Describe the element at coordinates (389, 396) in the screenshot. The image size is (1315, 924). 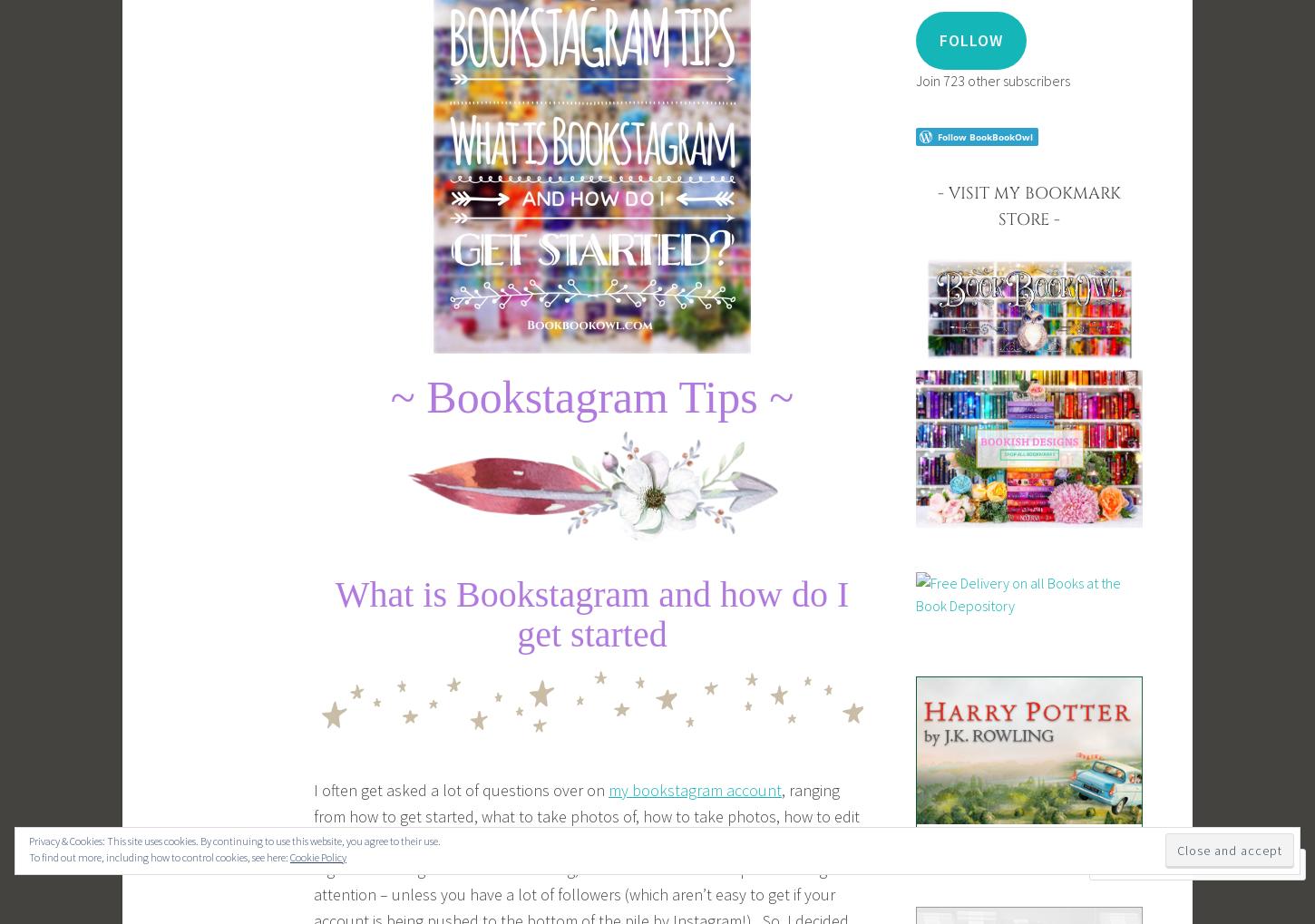
I see `'~ Bookstagram Tips ~'` at that location.